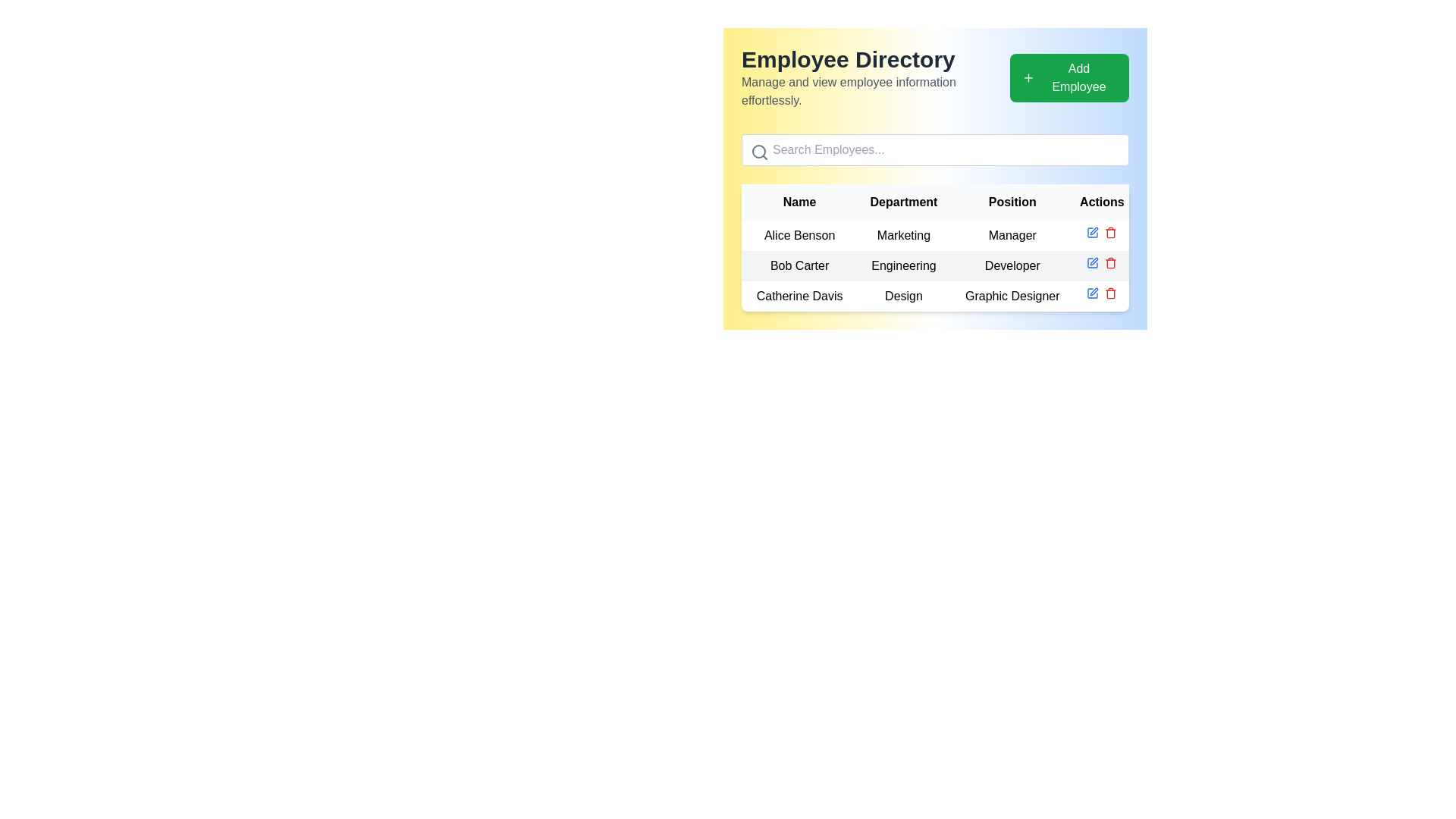 Image resolution: width=1456 pixels, height=819 pixels. I want to click on the delete button in the 'Actions' column for the row corresponding to 'Bob Carter', so click(1111, 262).